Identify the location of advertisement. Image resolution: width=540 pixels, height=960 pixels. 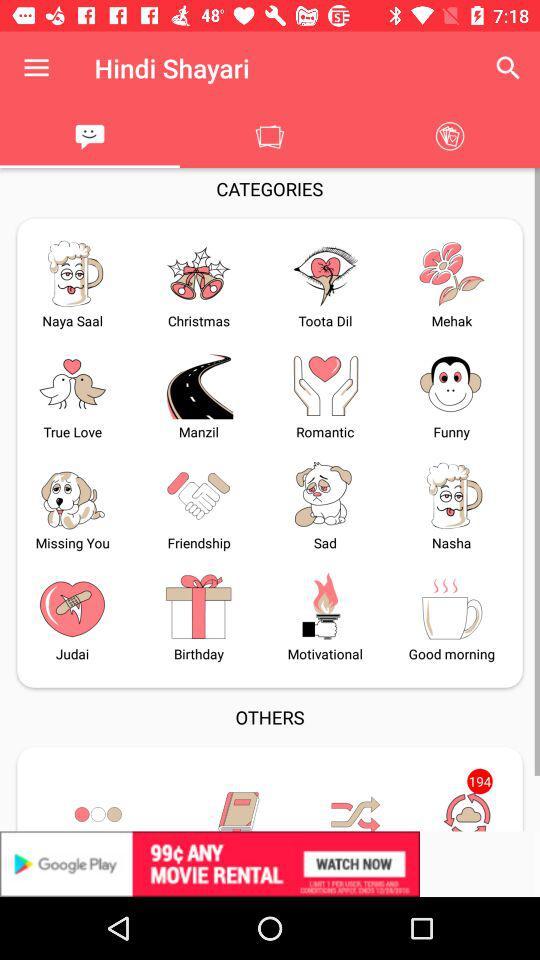
(270, 863).